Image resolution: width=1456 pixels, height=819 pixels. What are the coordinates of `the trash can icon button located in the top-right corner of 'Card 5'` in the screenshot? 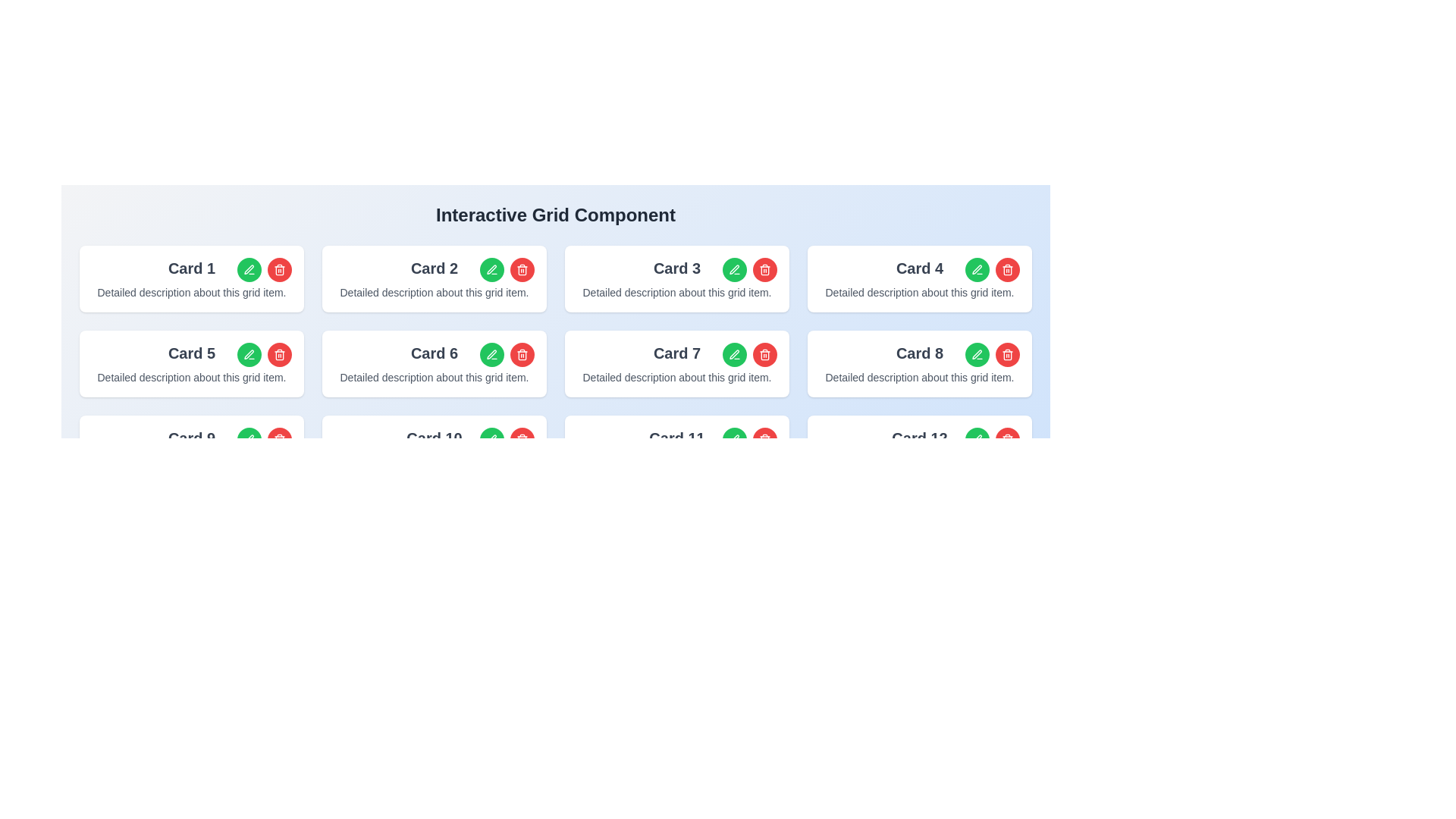 It's located at (280, 354).